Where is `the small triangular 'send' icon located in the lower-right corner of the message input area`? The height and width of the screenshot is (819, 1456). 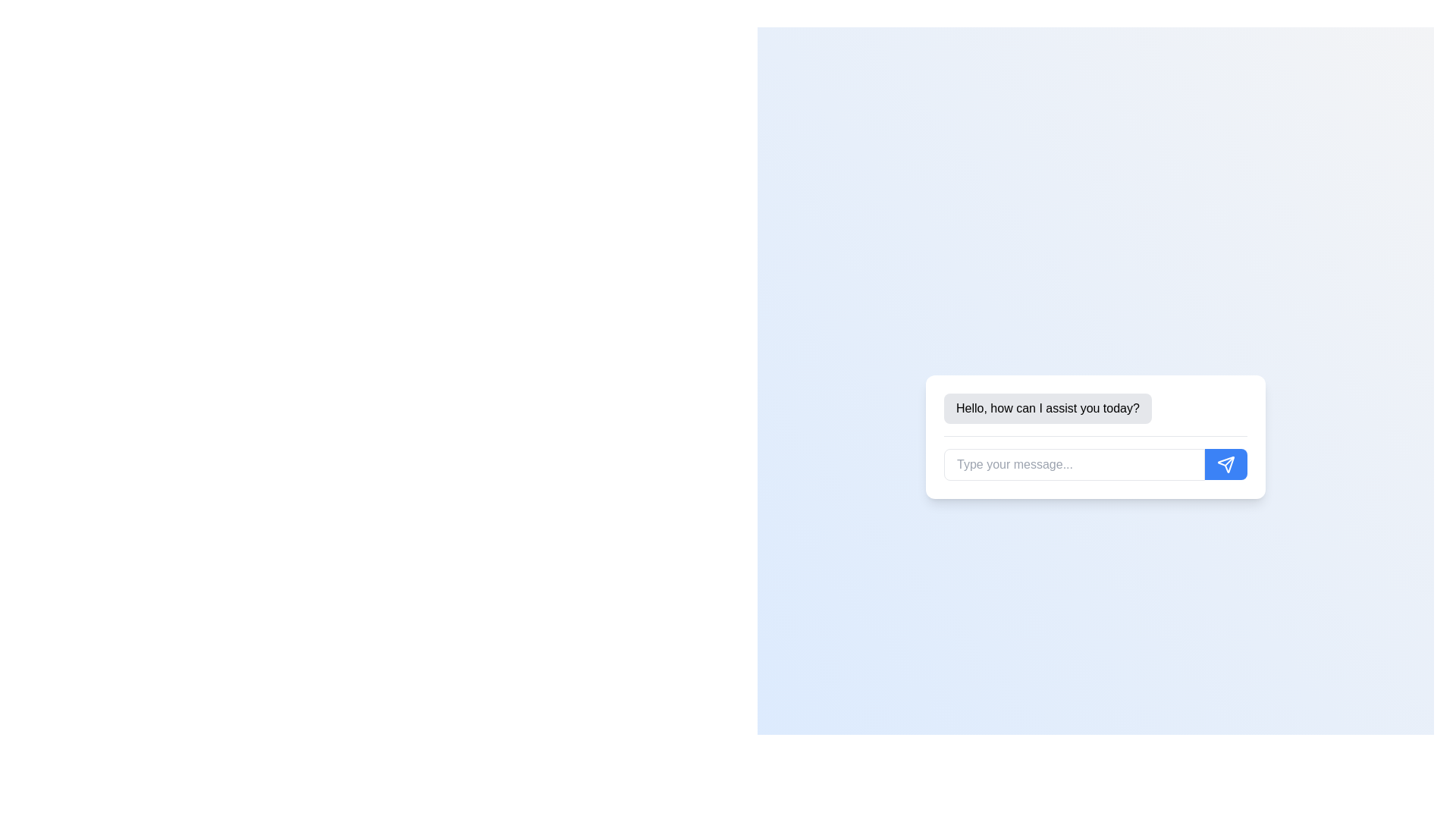 the small triangular 'send' icon located in the lower-right corner of the message input area is located at coordinates (1226, 463).